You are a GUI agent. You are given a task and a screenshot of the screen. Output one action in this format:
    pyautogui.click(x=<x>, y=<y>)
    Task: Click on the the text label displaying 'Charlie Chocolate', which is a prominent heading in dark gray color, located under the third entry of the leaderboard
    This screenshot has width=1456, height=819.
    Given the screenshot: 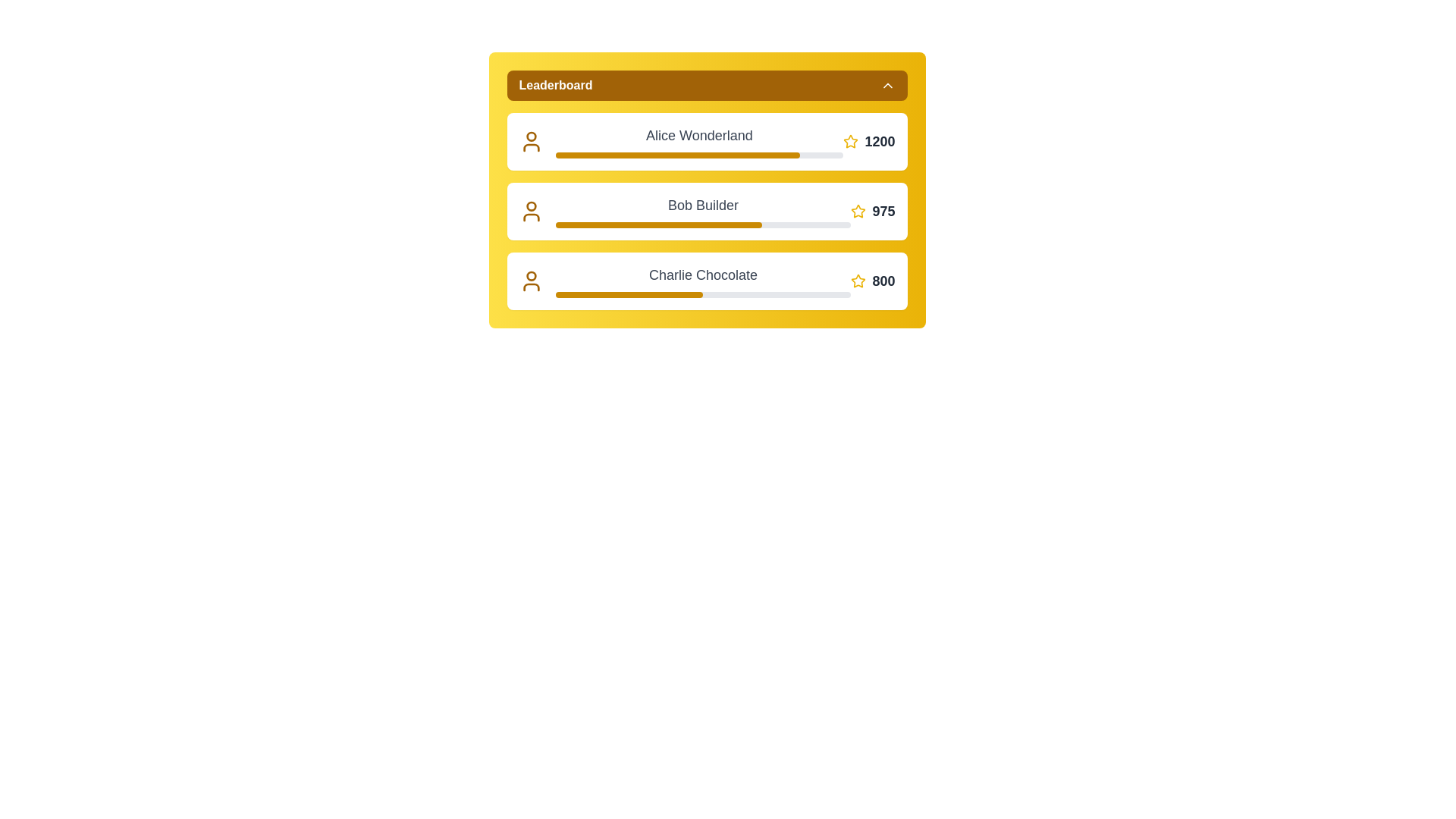 What is the action you would take?
    pyautogui.click(x=702, y=275)
    